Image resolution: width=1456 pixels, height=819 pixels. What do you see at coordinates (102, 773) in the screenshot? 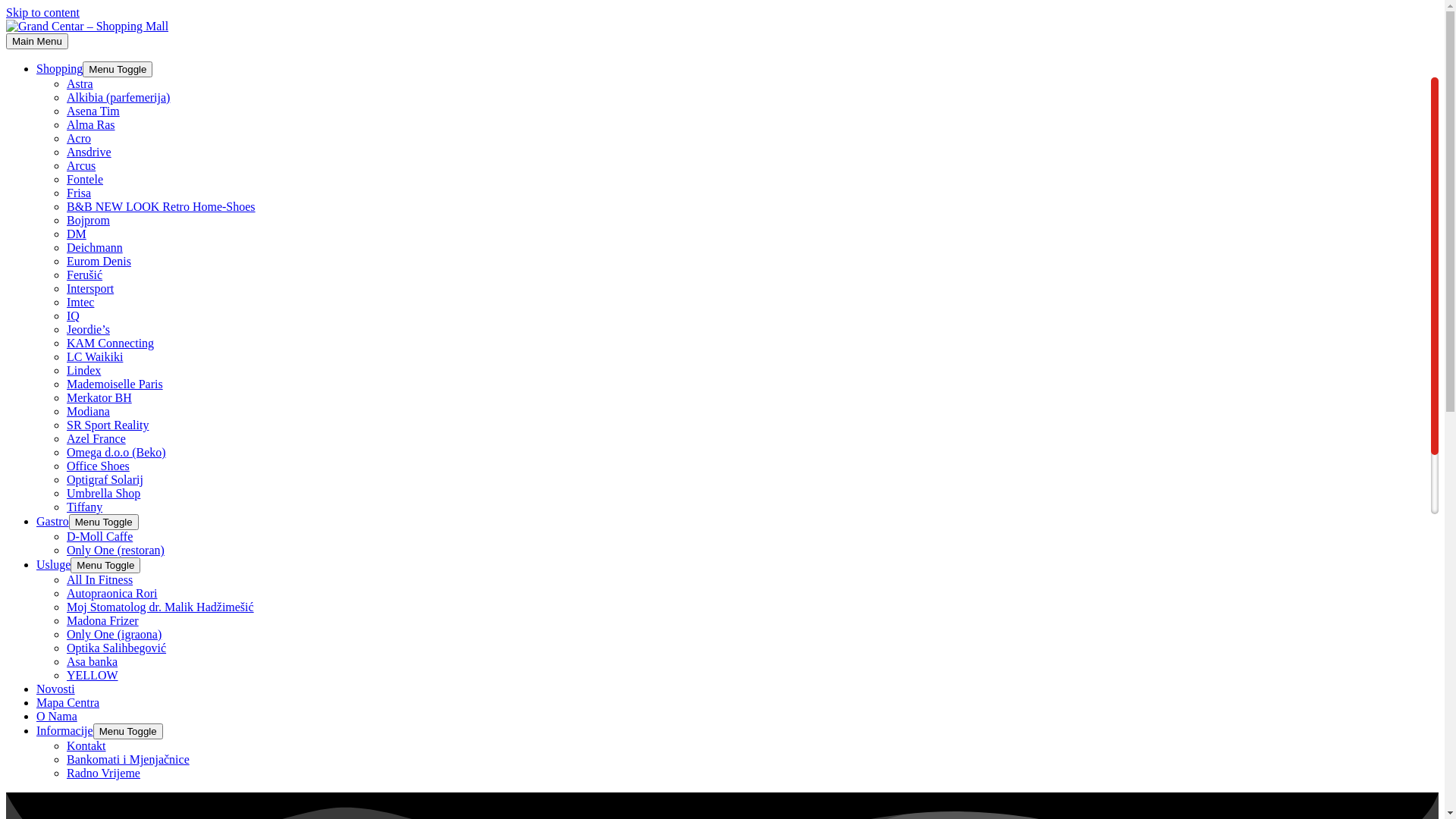
I see `'Radno Vrijeme'` at bounding box center [102, 773].